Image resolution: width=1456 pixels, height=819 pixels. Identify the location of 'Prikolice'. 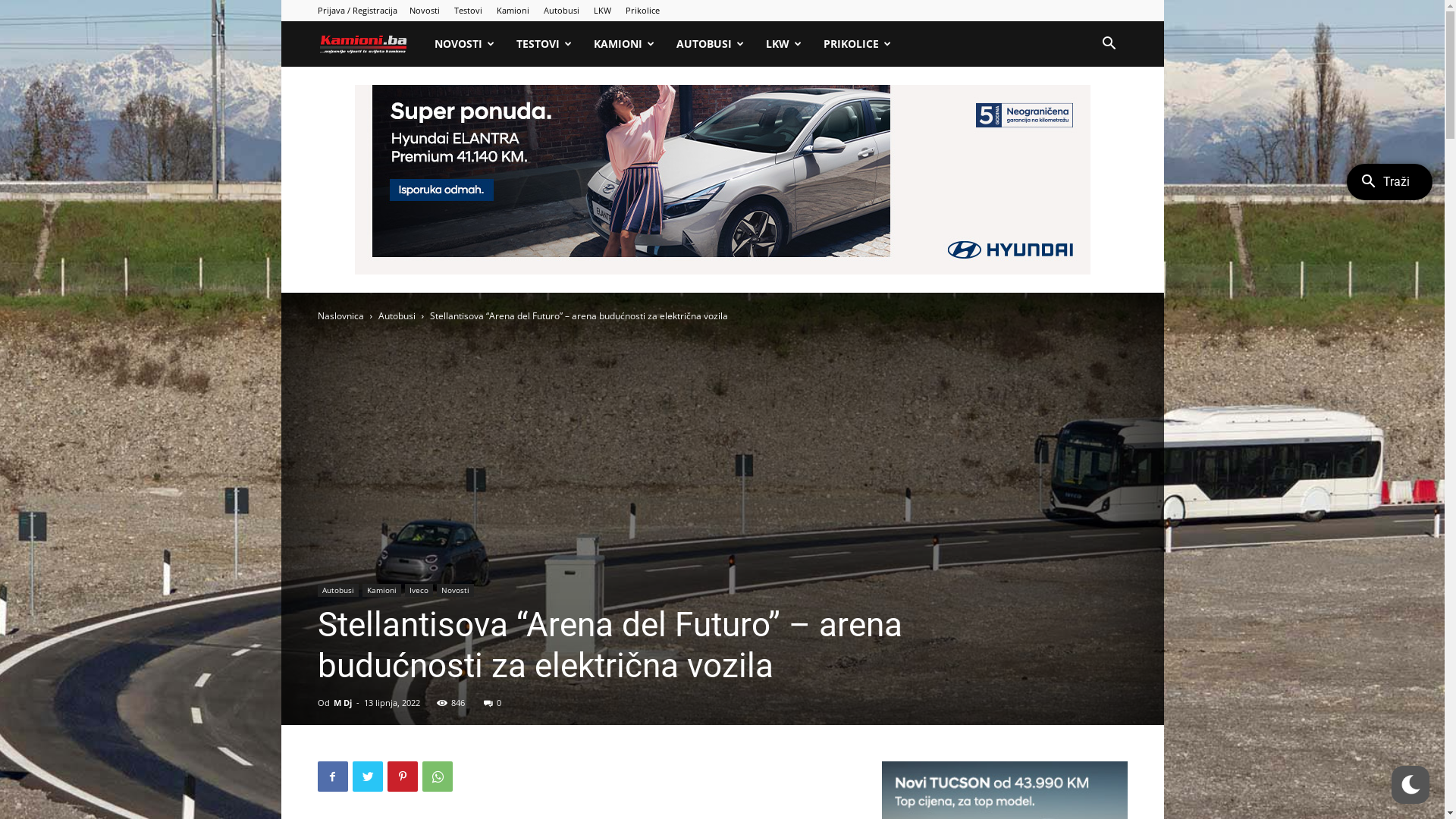
(642, 10).